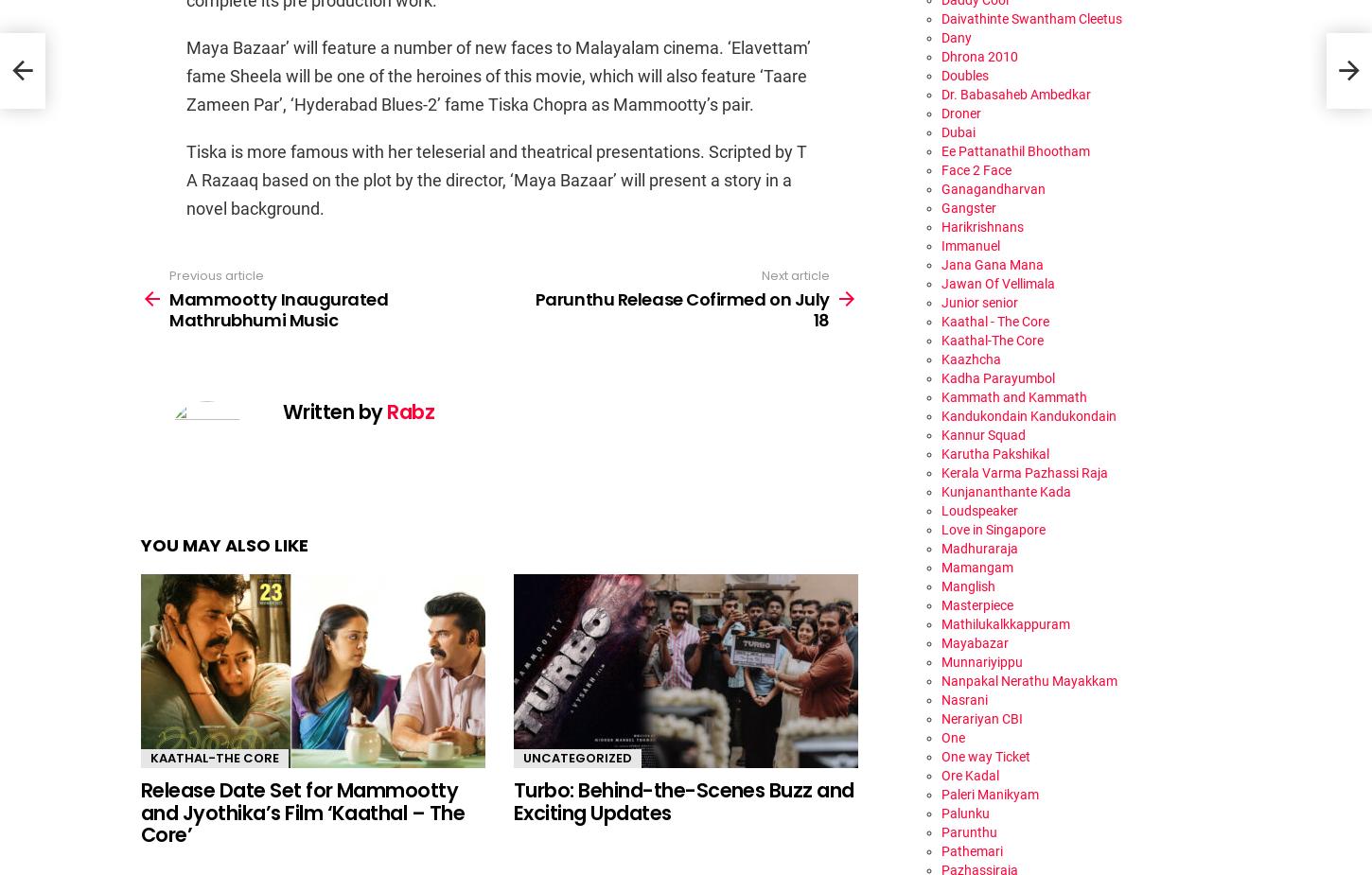 The height and width of the screenshot is (875, 1372). I want to click on 'Jana Gana Mana', so click(992, 262).